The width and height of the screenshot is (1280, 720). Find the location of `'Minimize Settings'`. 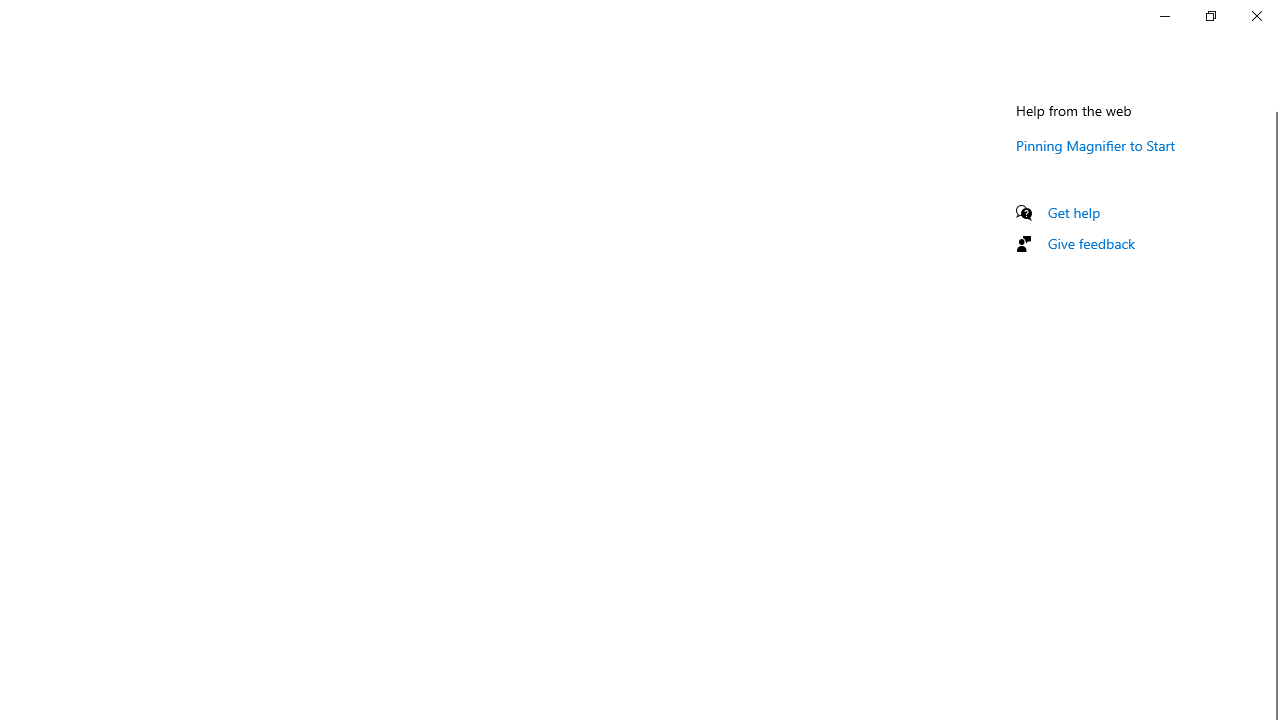

'Minimize Settings' is located at coordinates (1164, 15).